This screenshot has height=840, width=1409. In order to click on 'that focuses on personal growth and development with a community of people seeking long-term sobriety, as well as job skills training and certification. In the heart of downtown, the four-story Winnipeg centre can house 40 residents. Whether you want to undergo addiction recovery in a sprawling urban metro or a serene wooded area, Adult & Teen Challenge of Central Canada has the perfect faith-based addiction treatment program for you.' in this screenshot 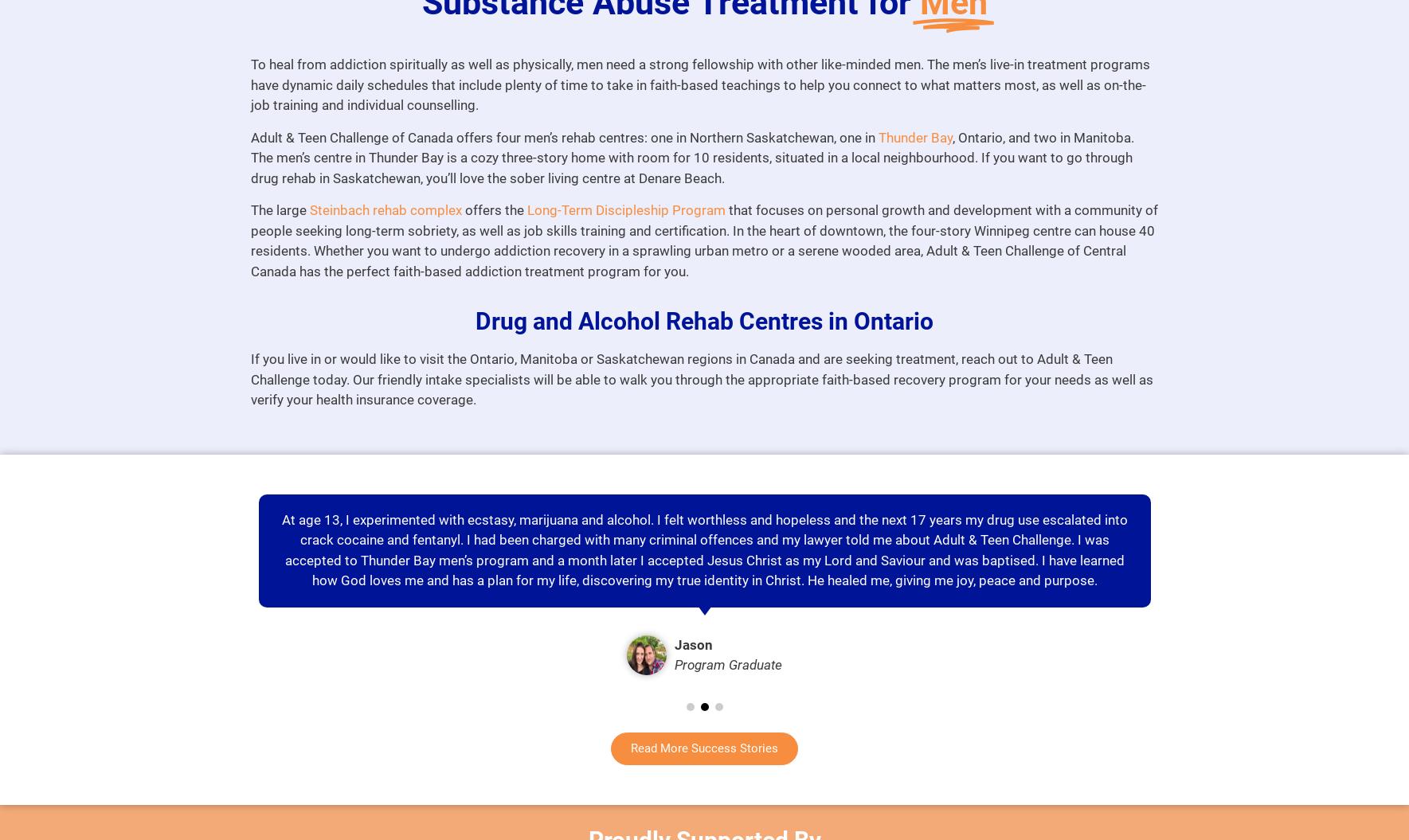, I will do `click(703, 240)`.